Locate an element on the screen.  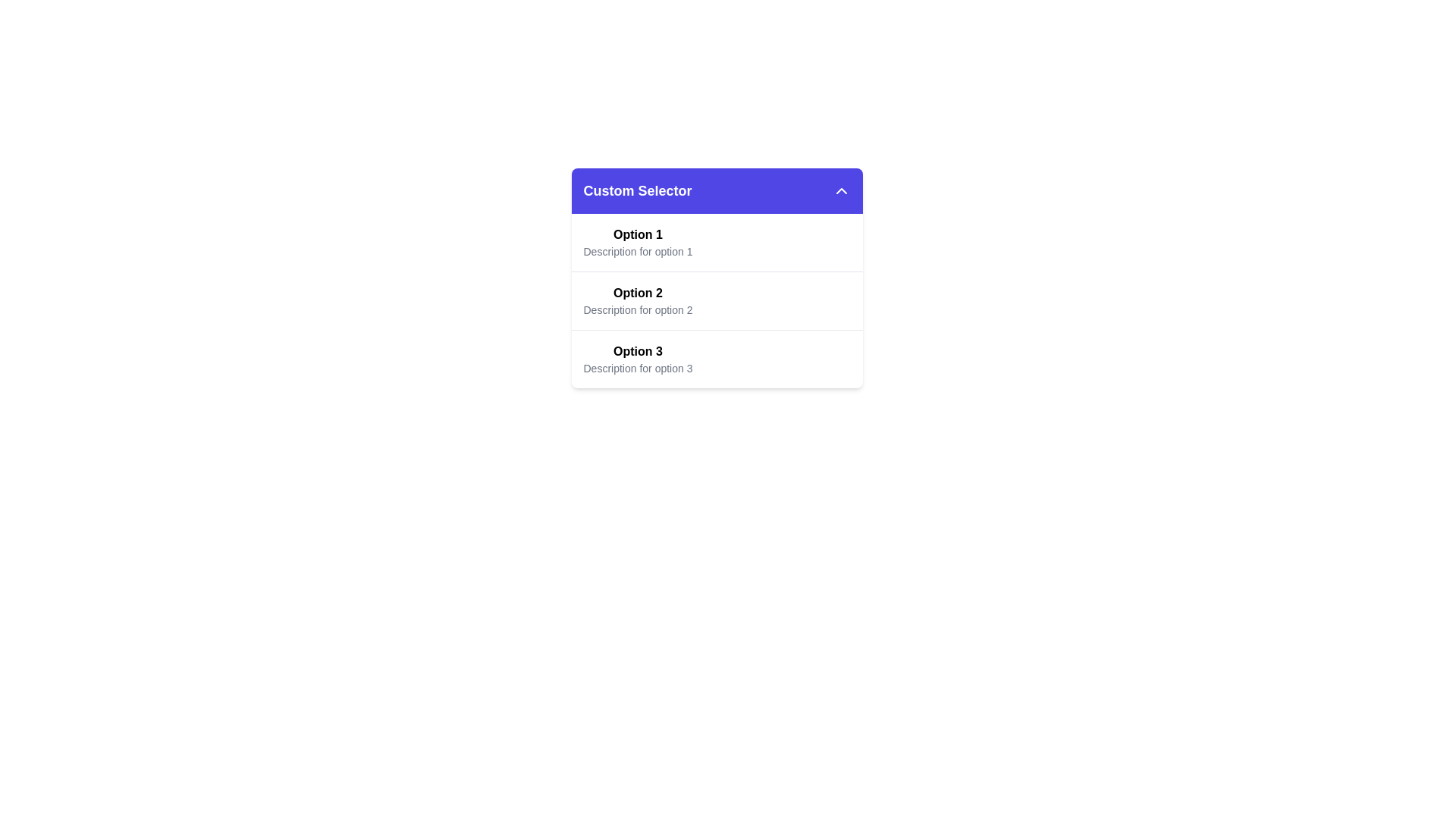
the first item in the dropdown list labeled 'Option 1' is located at coordinates (716, 242).